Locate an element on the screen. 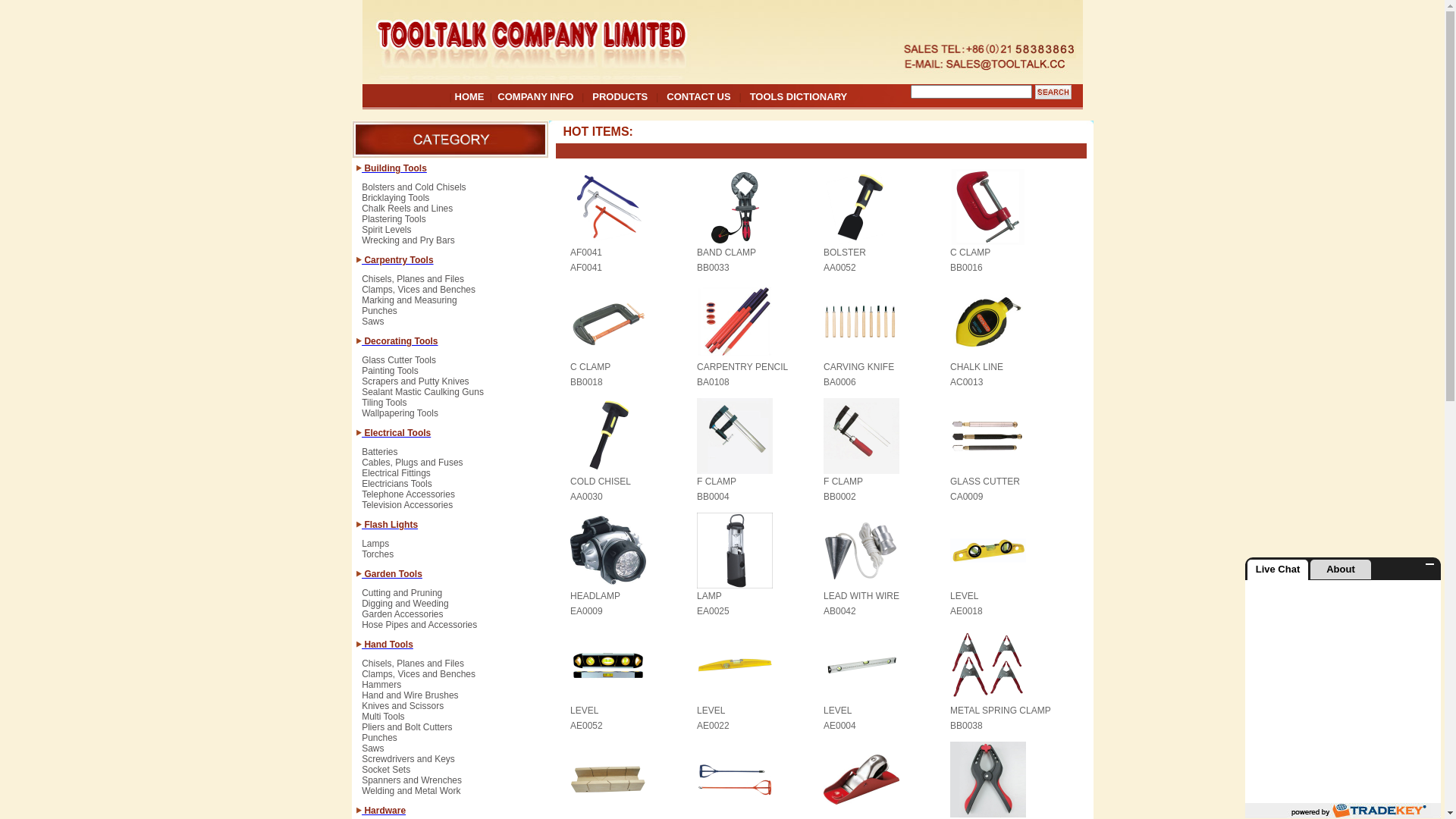 This screenshot has height=819, width=1456. 'CONTACT US' is located at coordinates (698, 96).